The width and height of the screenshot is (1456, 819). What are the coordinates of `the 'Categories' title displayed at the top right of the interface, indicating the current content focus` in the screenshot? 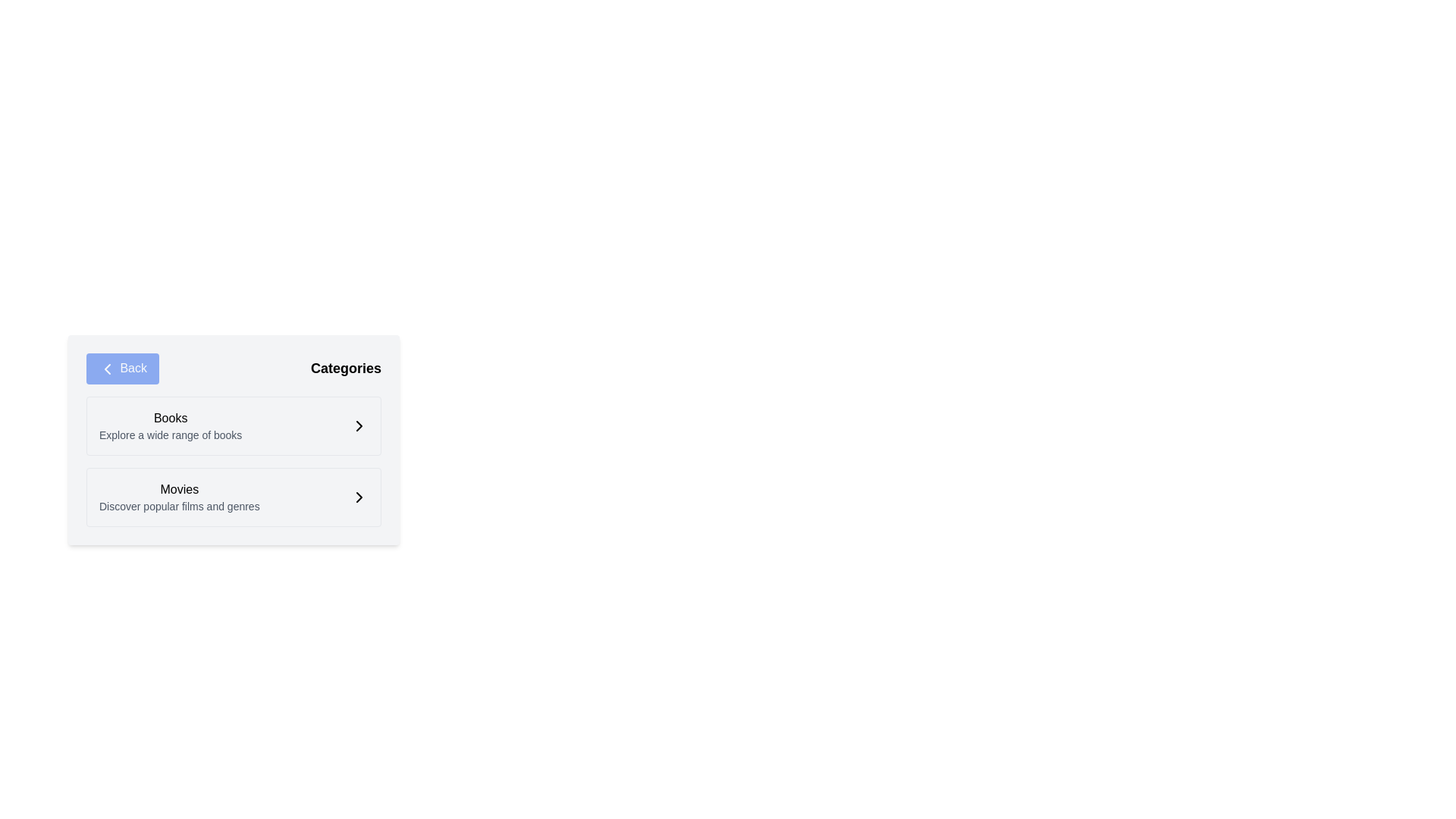 It's located at (345, 369).